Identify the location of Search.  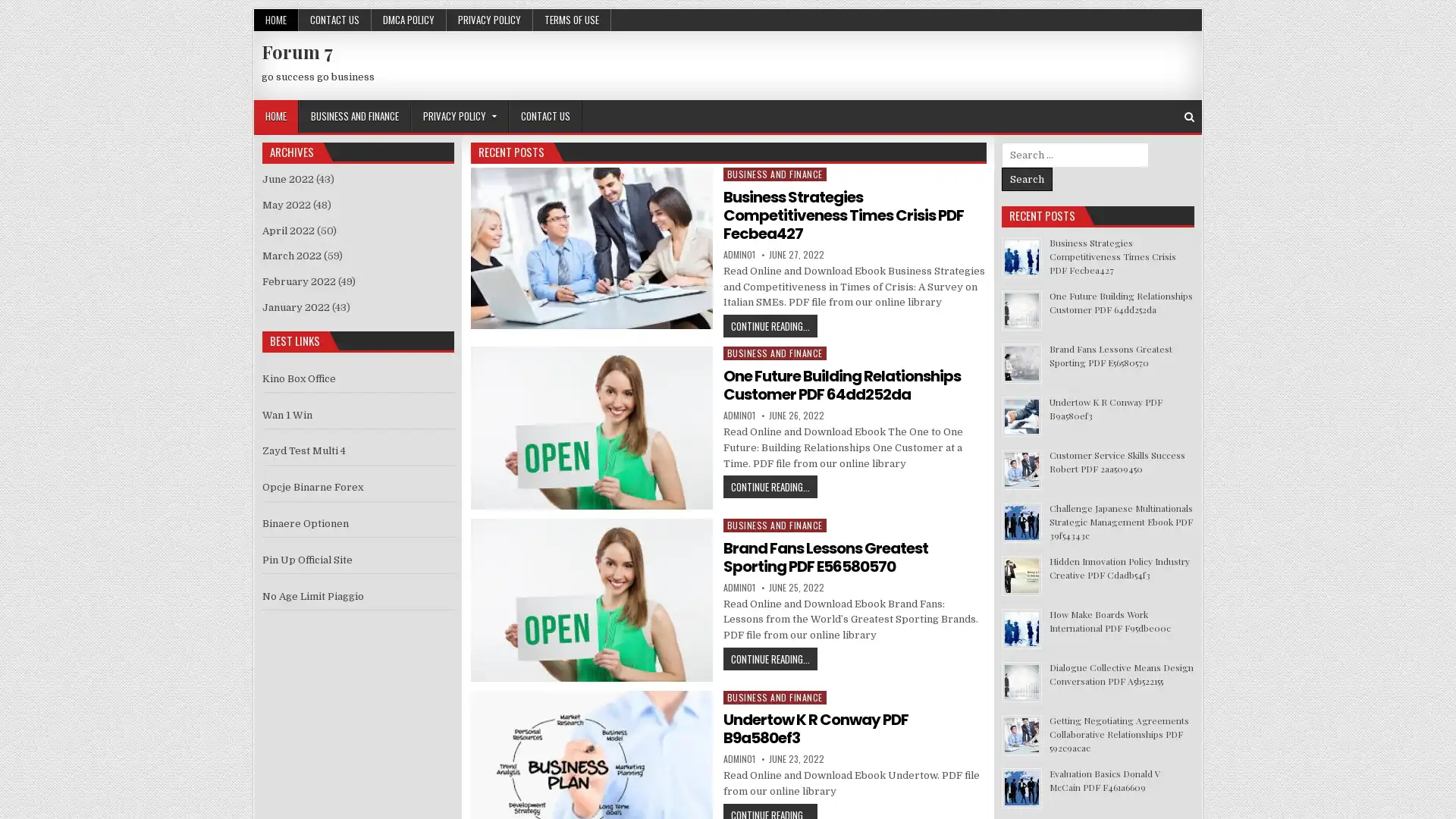
(1027, 178).